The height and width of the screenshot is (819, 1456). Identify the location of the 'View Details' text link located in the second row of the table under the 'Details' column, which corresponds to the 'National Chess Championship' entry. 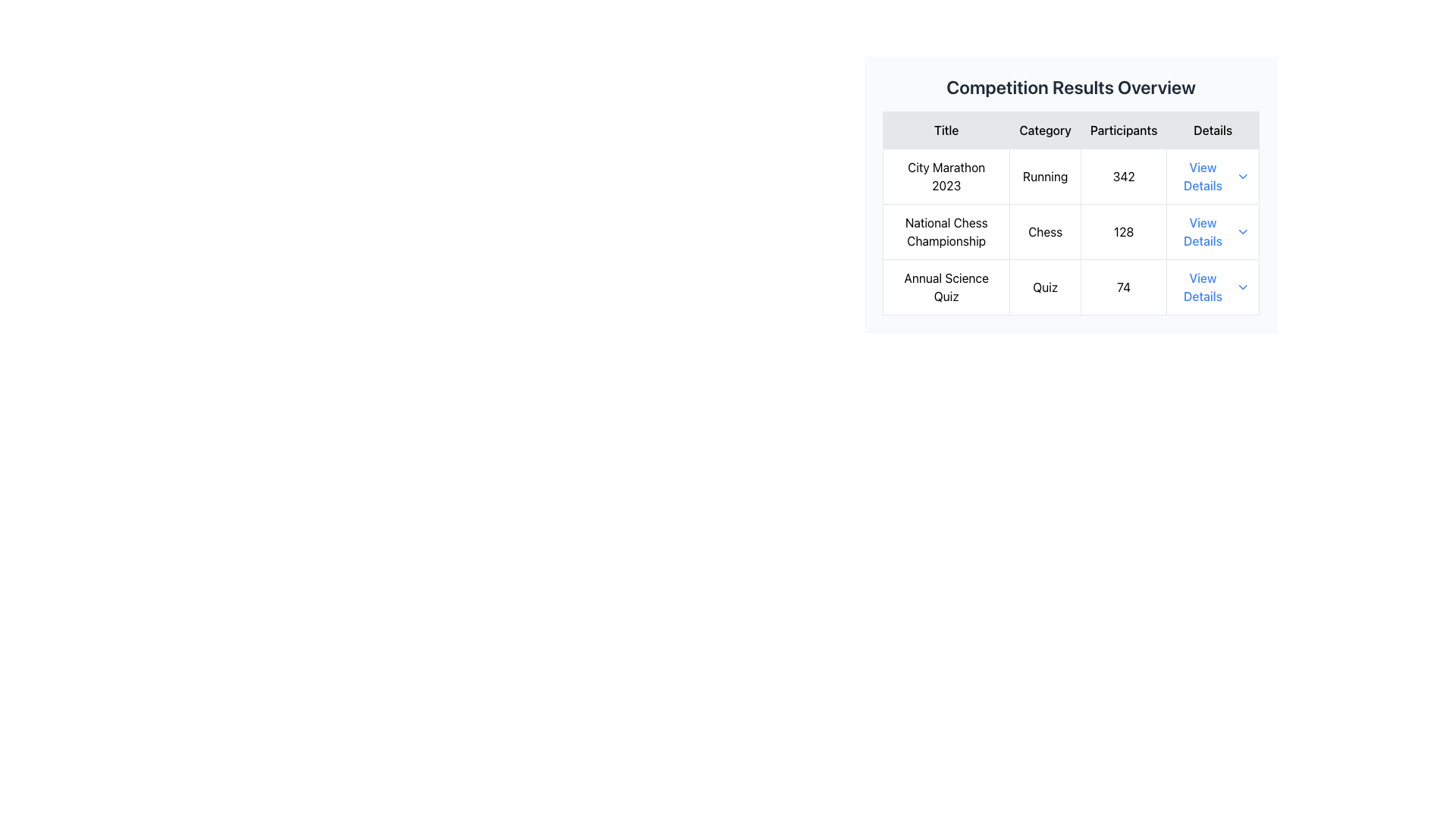
(1202, 231).